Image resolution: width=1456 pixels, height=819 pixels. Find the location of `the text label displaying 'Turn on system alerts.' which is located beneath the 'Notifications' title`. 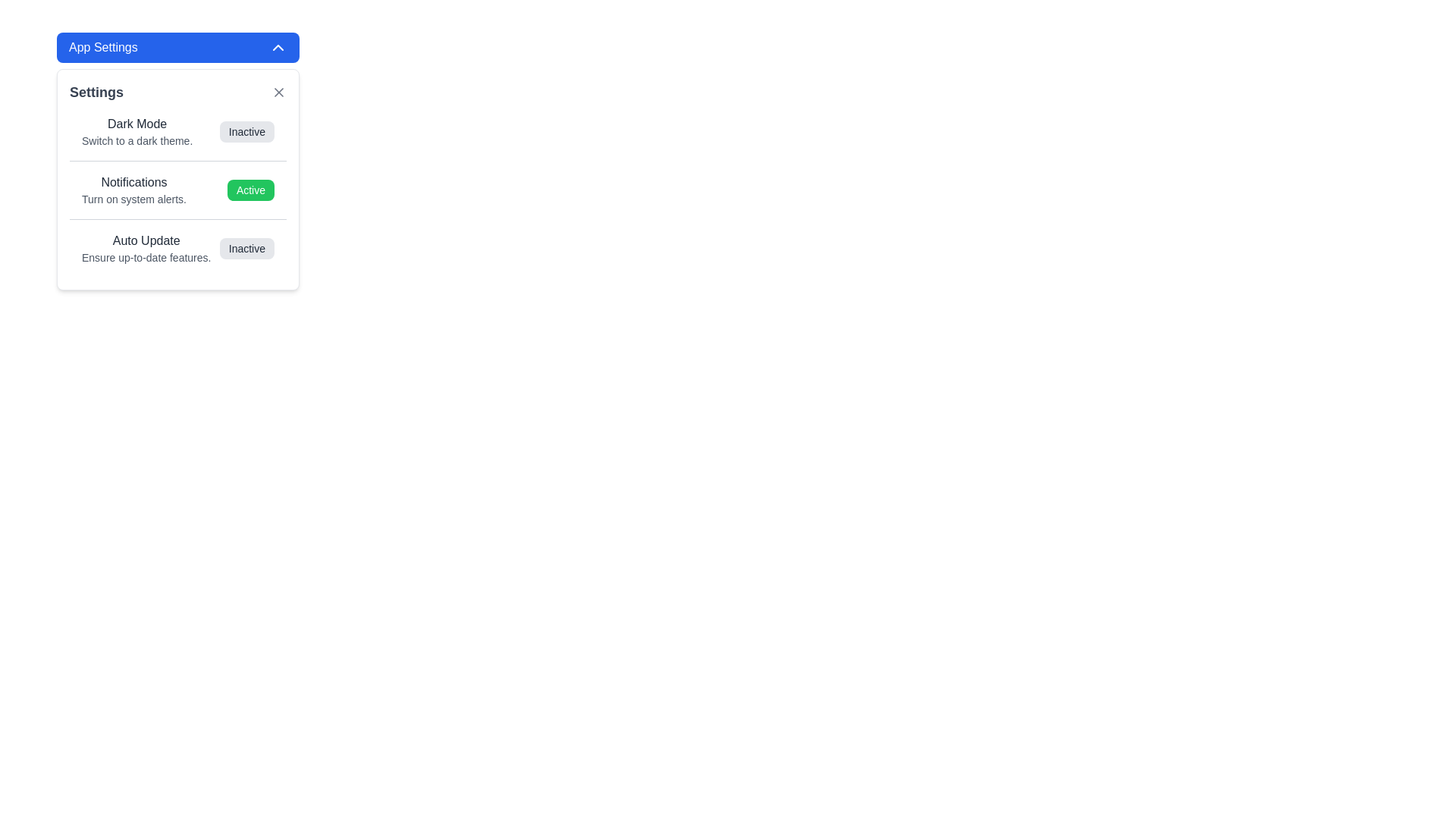

the text label displaying 'Turn on system alerts.' which is located beneath the 'Notifications' title is located at coordinates (134, 198).